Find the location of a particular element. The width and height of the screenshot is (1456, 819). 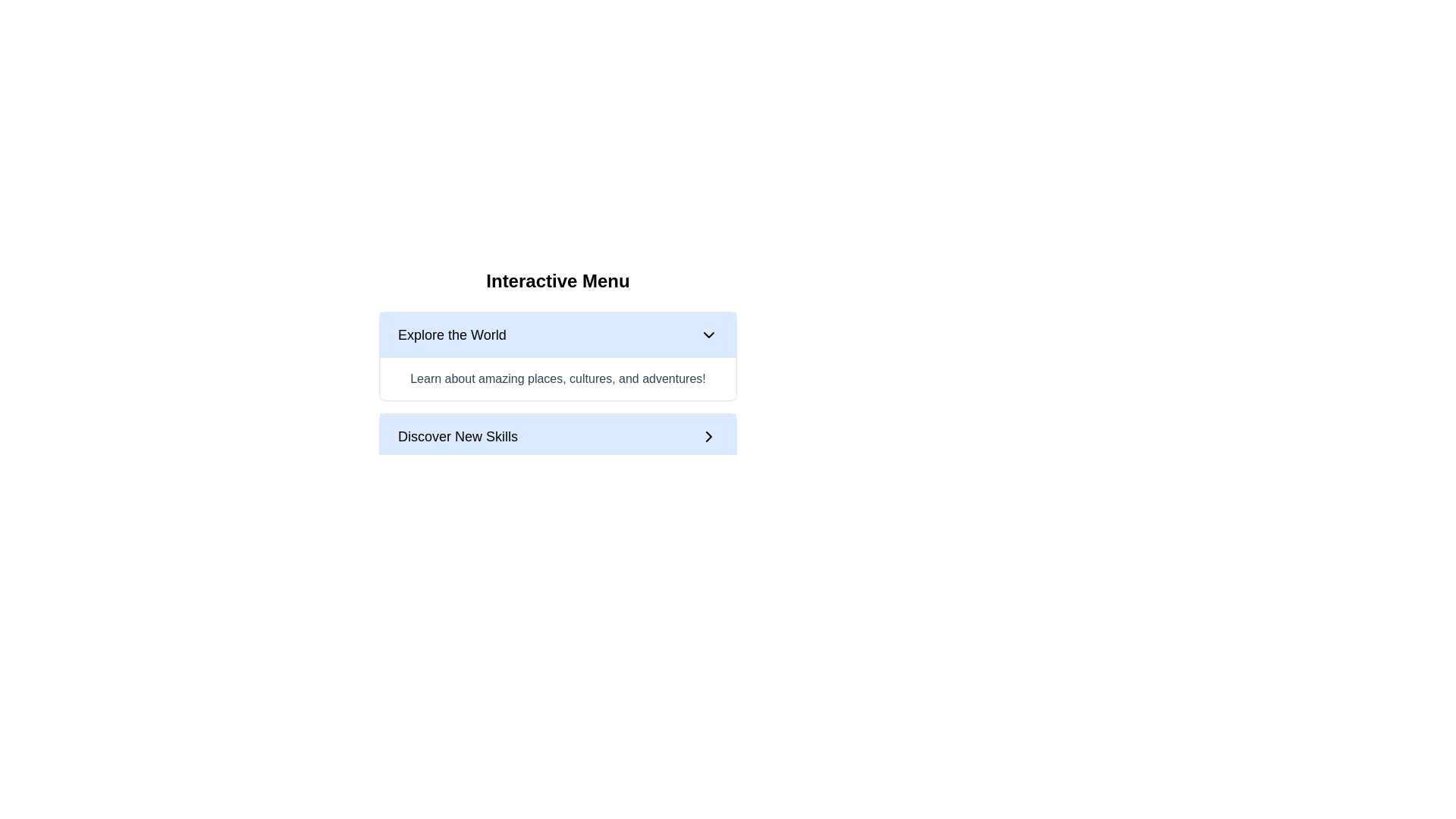

the rightward-pointing chevron icon located at the far right side of the 'Discover New Skills' button is located at coordinates (708, 436).